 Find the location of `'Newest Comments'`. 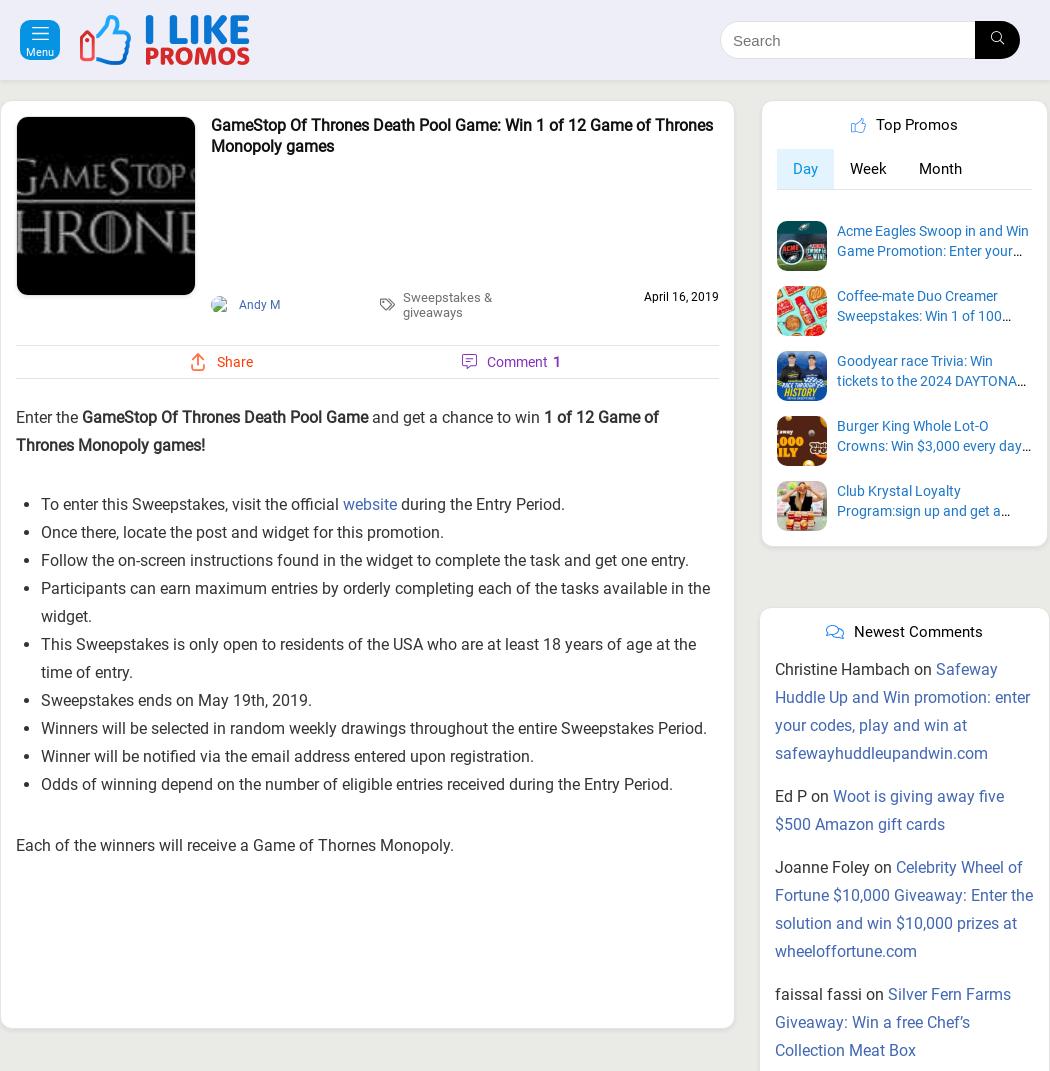

'Newest Comments' is located at coordinates (918, 521).